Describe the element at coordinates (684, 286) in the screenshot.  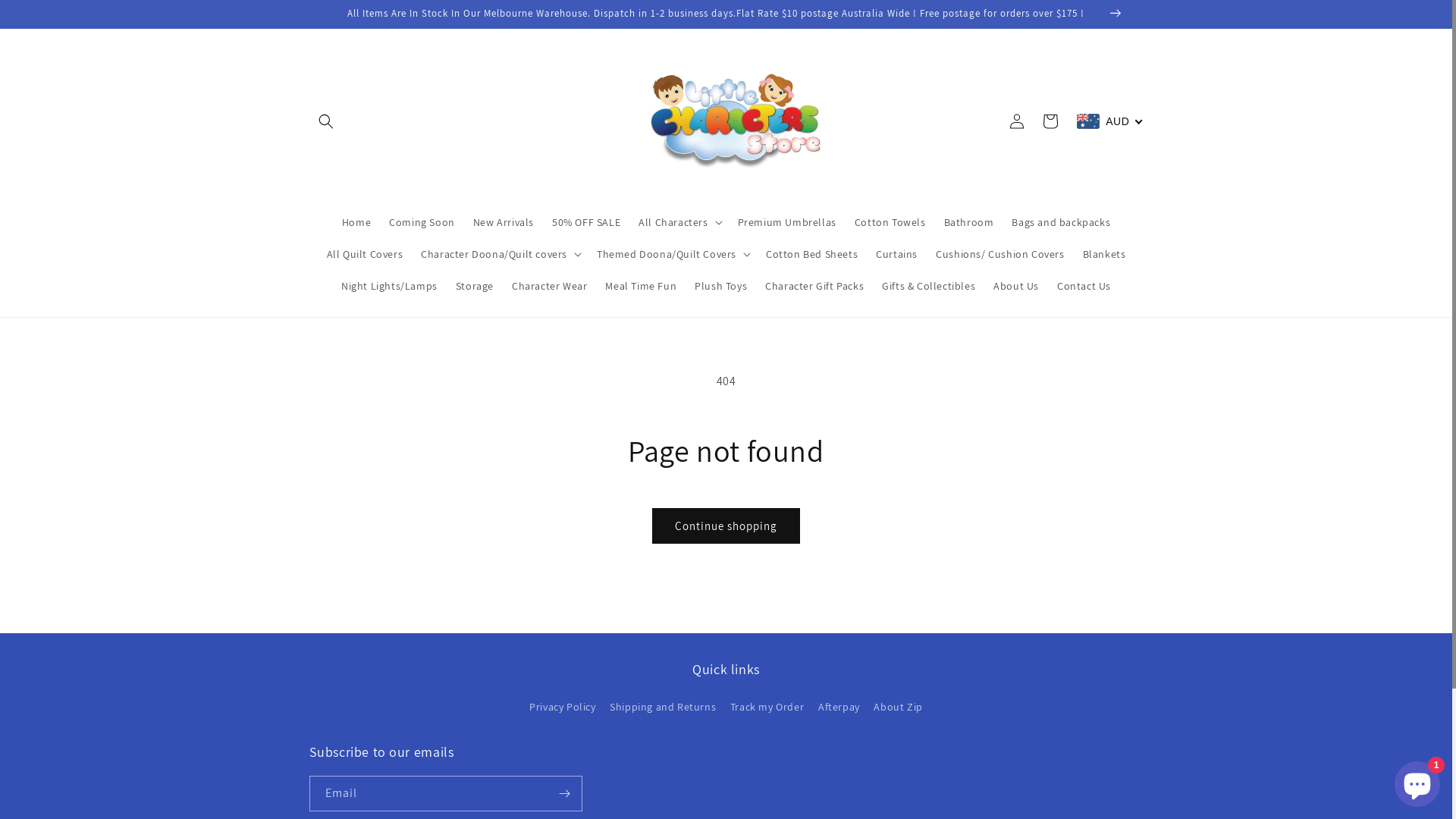
I see `'Plush Toys'` at that location.